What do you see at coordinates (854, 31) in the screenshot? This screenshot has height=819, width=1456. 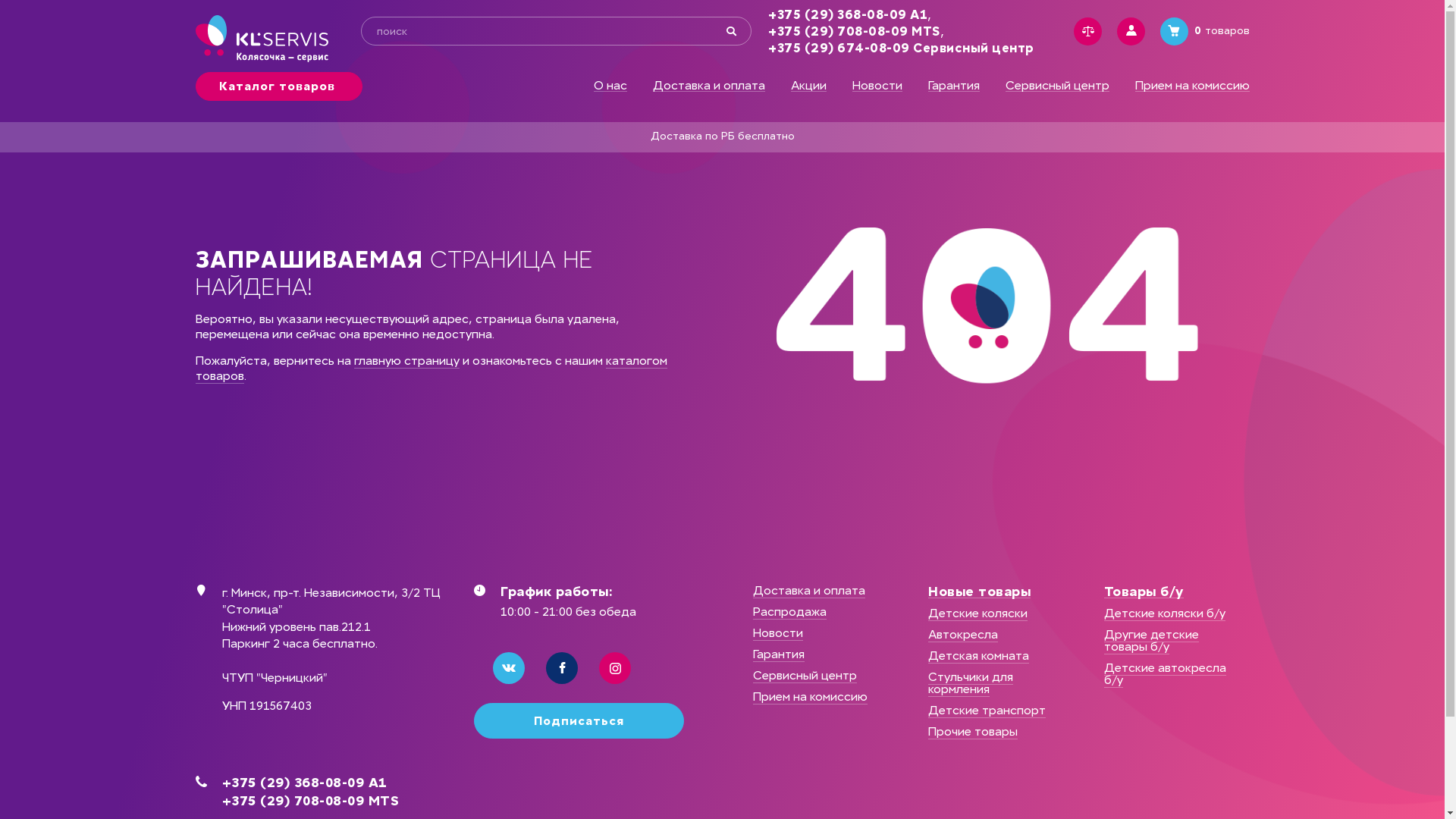 I see `'+375 (29) 708-08-09 MTS'` at bounding box center [854, 31].